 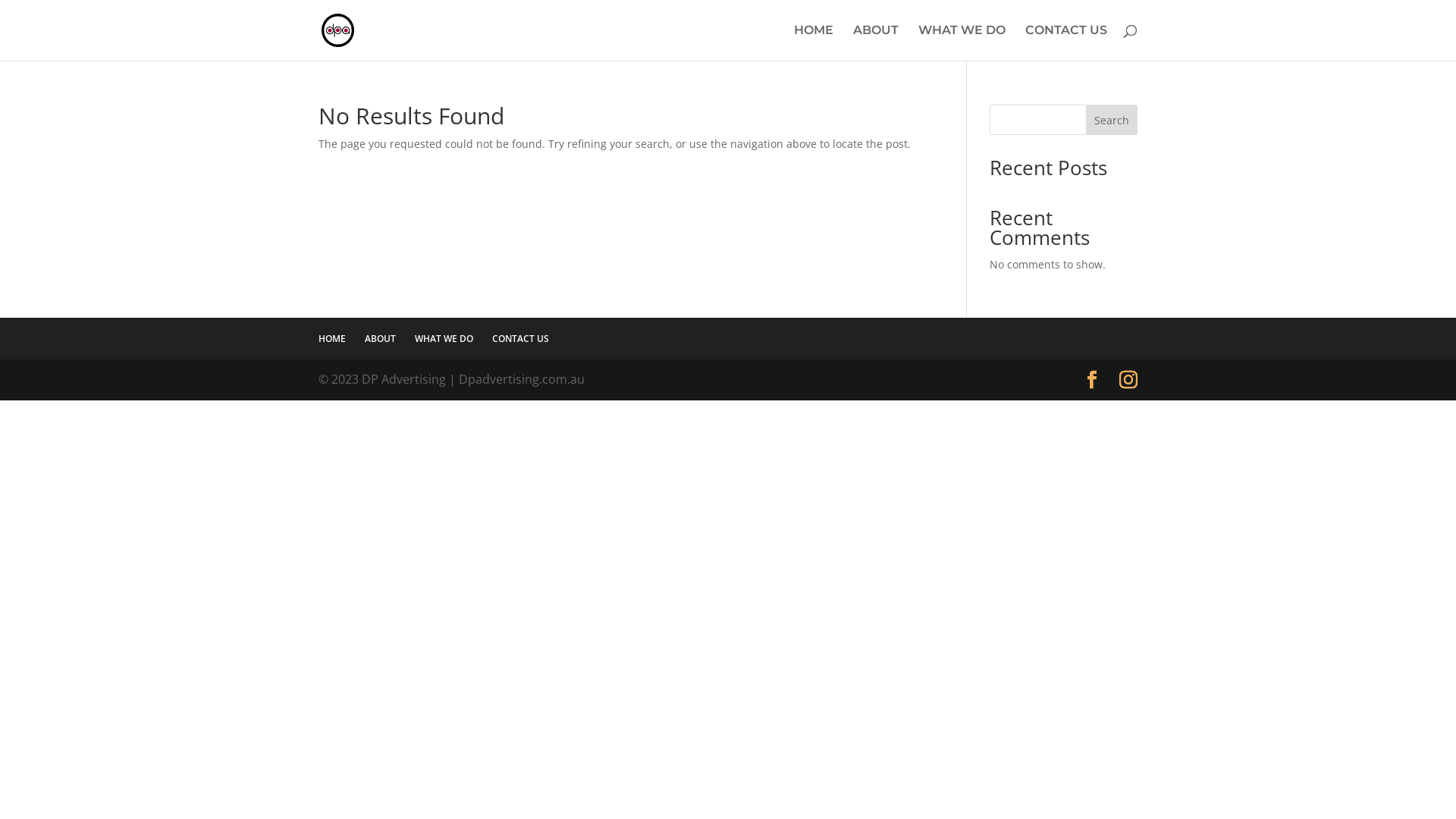 What do you see at coordinates (876, 42) in the screenshot?
I see `'ABOUT'` at bounding box center [876, 42].